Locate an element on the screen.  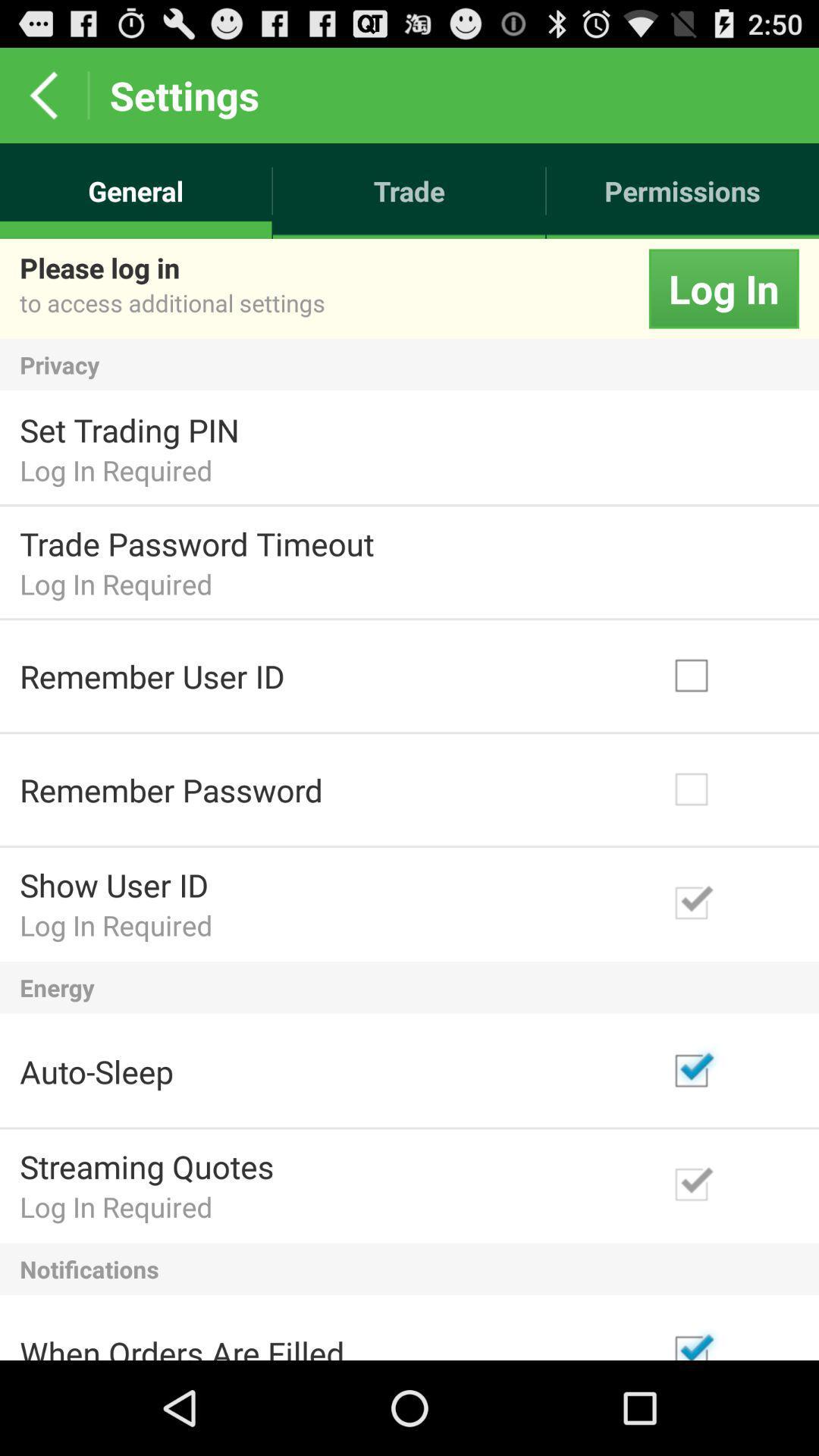
the icon above general icon is located at coordinates (42, 94).